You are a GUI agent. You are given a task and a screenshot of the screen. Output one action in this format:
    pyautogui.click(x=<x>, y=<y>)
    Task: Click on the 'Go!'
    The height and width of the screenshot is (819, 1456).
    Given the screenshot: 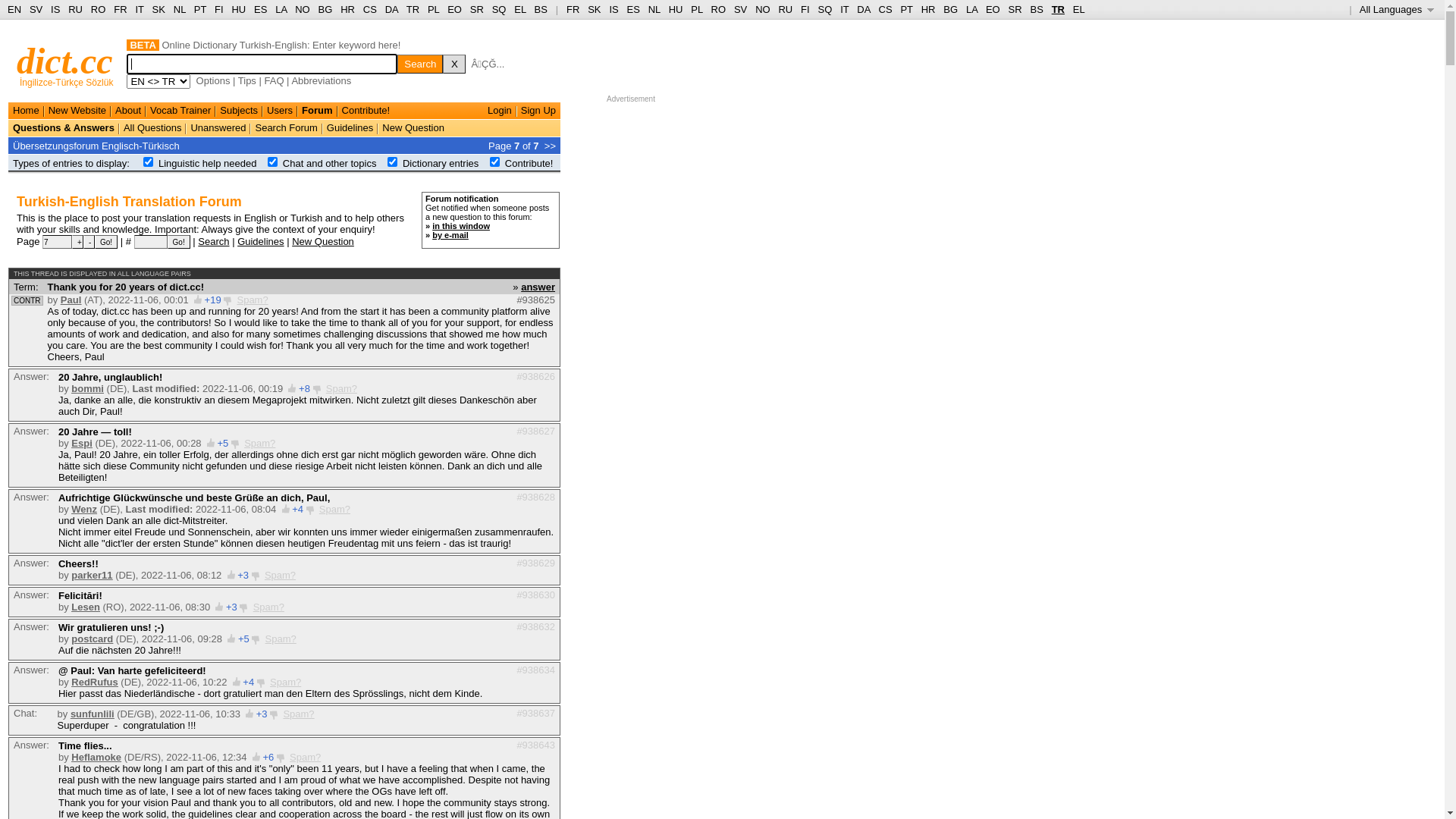 What is the action you would take?
    pyautogui.click(x=178, y=241)
    